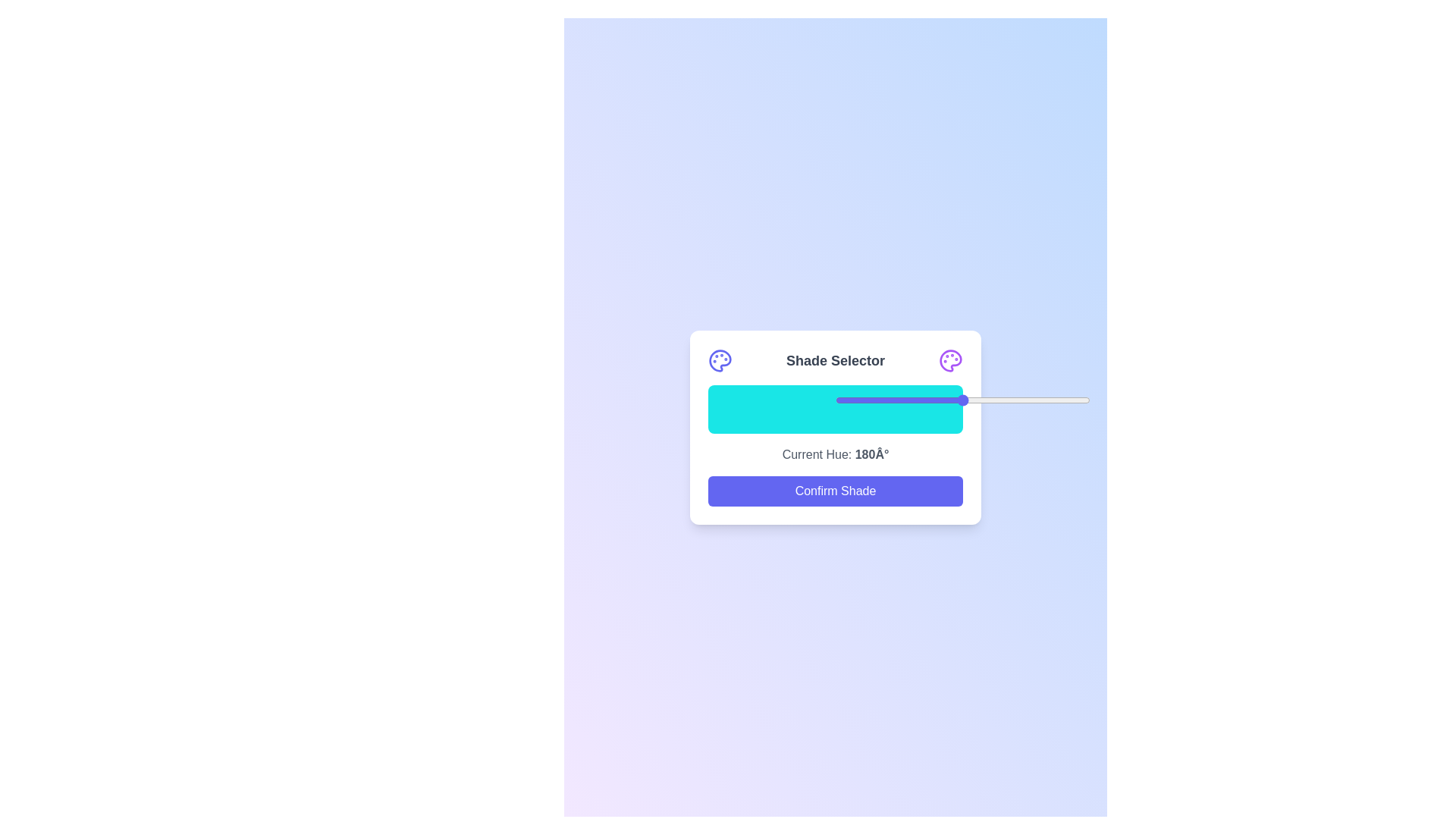 The height and width of the screenshot is (819, 1456). Describe the element at coordinates (929, 409) in the screenshot. I see `the shade slider to 87 to observe the corresponding color` at that location.